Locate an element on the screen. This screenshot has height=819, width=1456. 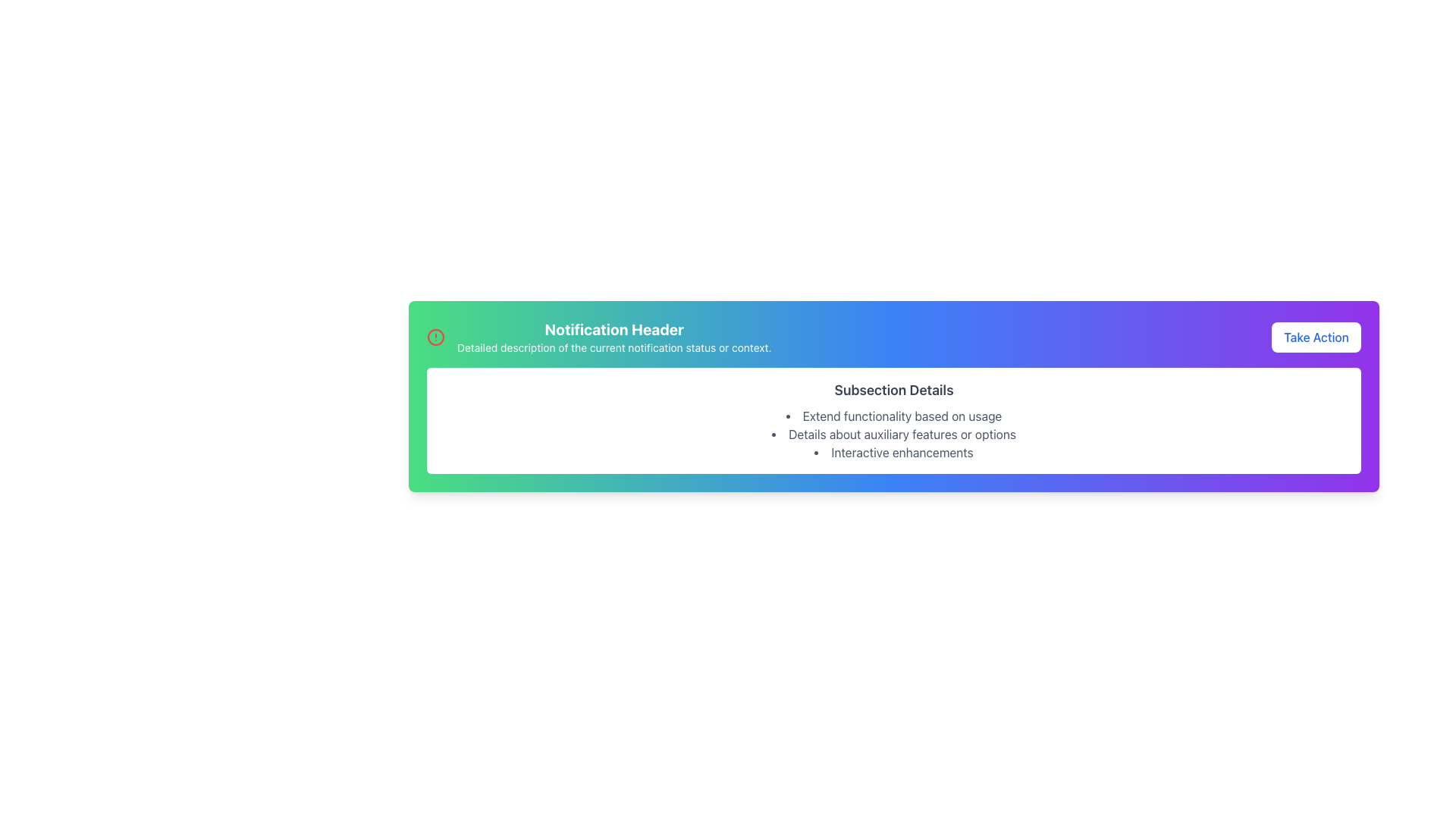
the center circle within the notification icon at the top-left corner of the notification card, which serves as a visual indicator or decorative aspect is located at coordinates (435, 336).